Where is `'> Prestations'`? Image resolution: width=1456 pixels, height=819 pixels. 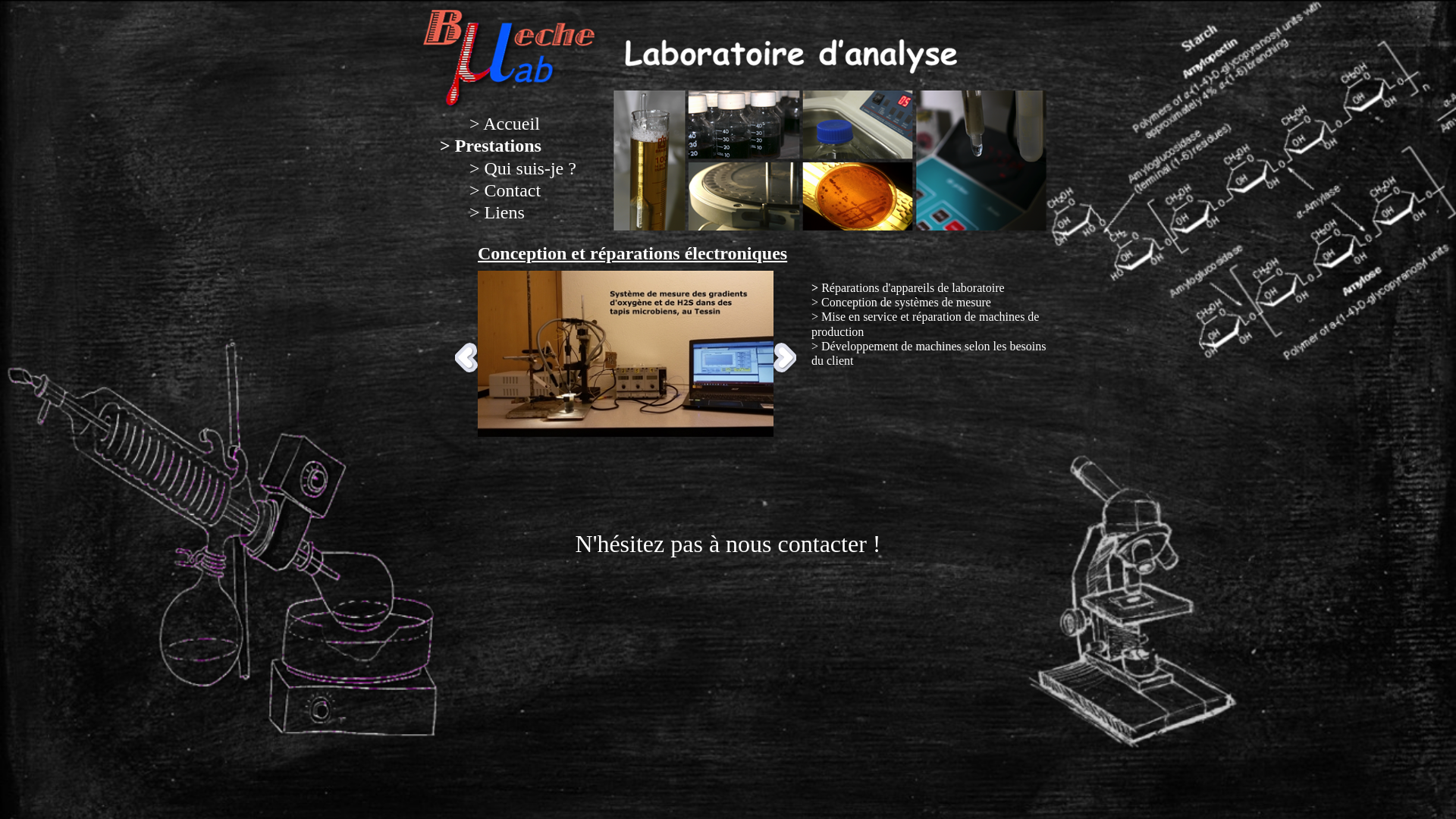
'> Prestations' is located at coordinates (491, 146).